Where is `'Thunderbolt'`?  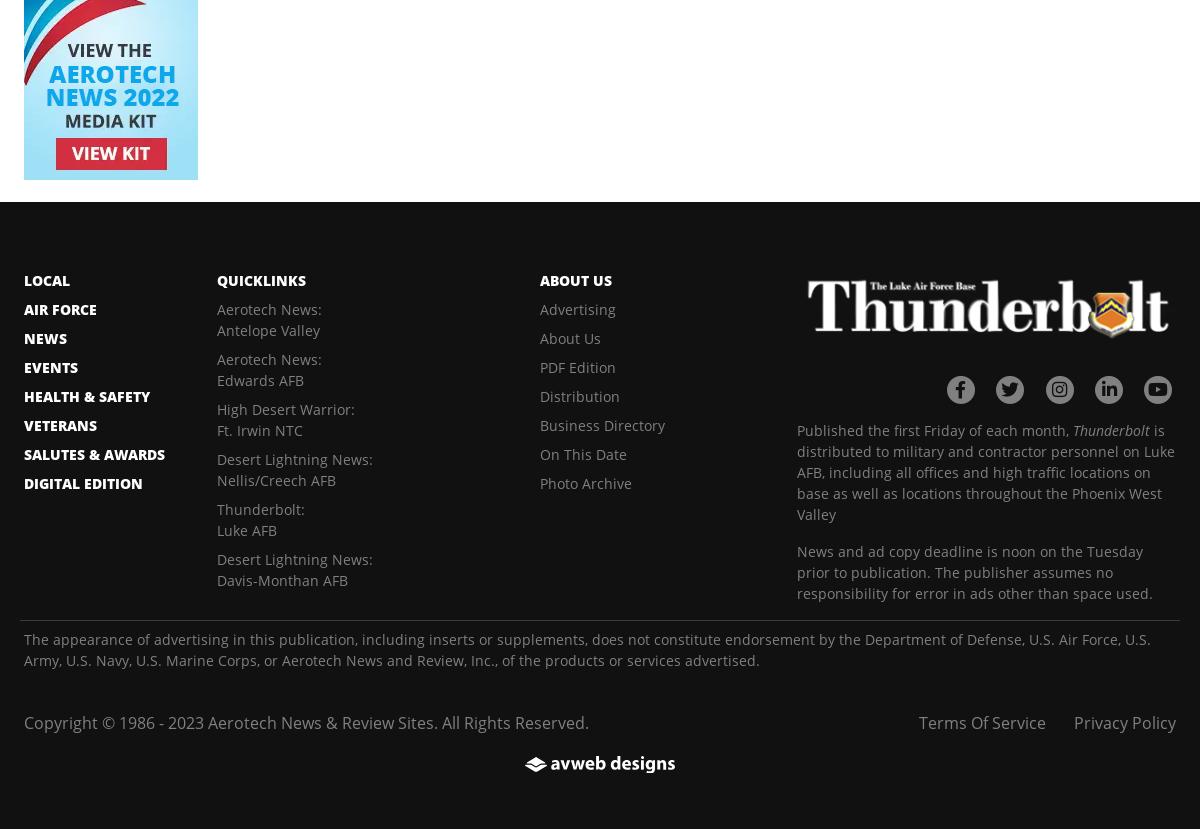 'Thunderbolt' is located at coordinates (1110, 428).